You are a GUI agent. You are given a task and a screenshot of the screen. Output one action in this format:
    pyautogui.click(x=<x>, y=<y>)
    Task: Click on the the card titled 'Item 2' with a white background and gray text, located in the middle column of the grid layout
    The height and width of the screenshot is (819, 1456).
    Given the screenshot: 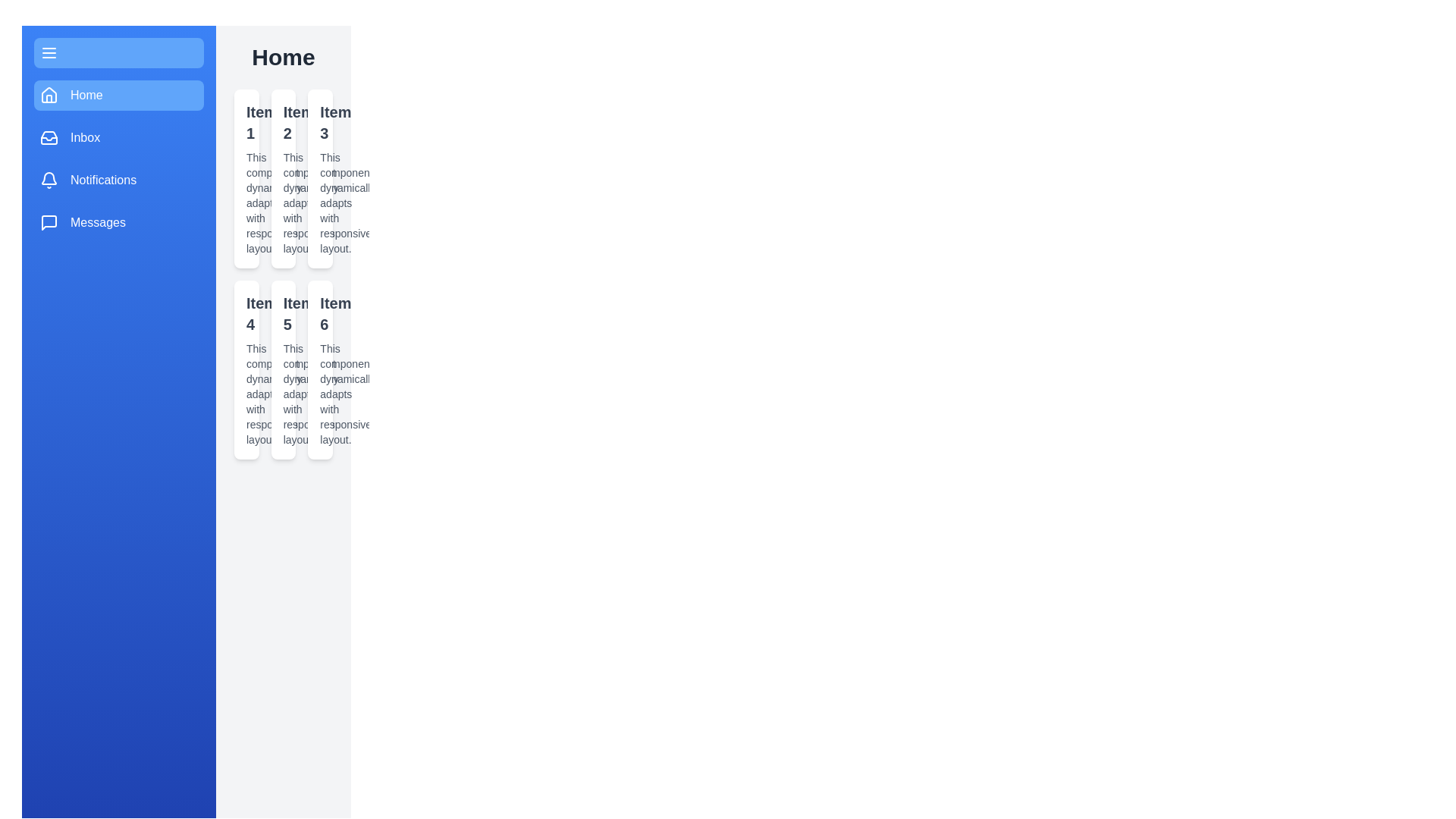 What is the action you would take?
    pyautogui.click(x=284, y=177)
    